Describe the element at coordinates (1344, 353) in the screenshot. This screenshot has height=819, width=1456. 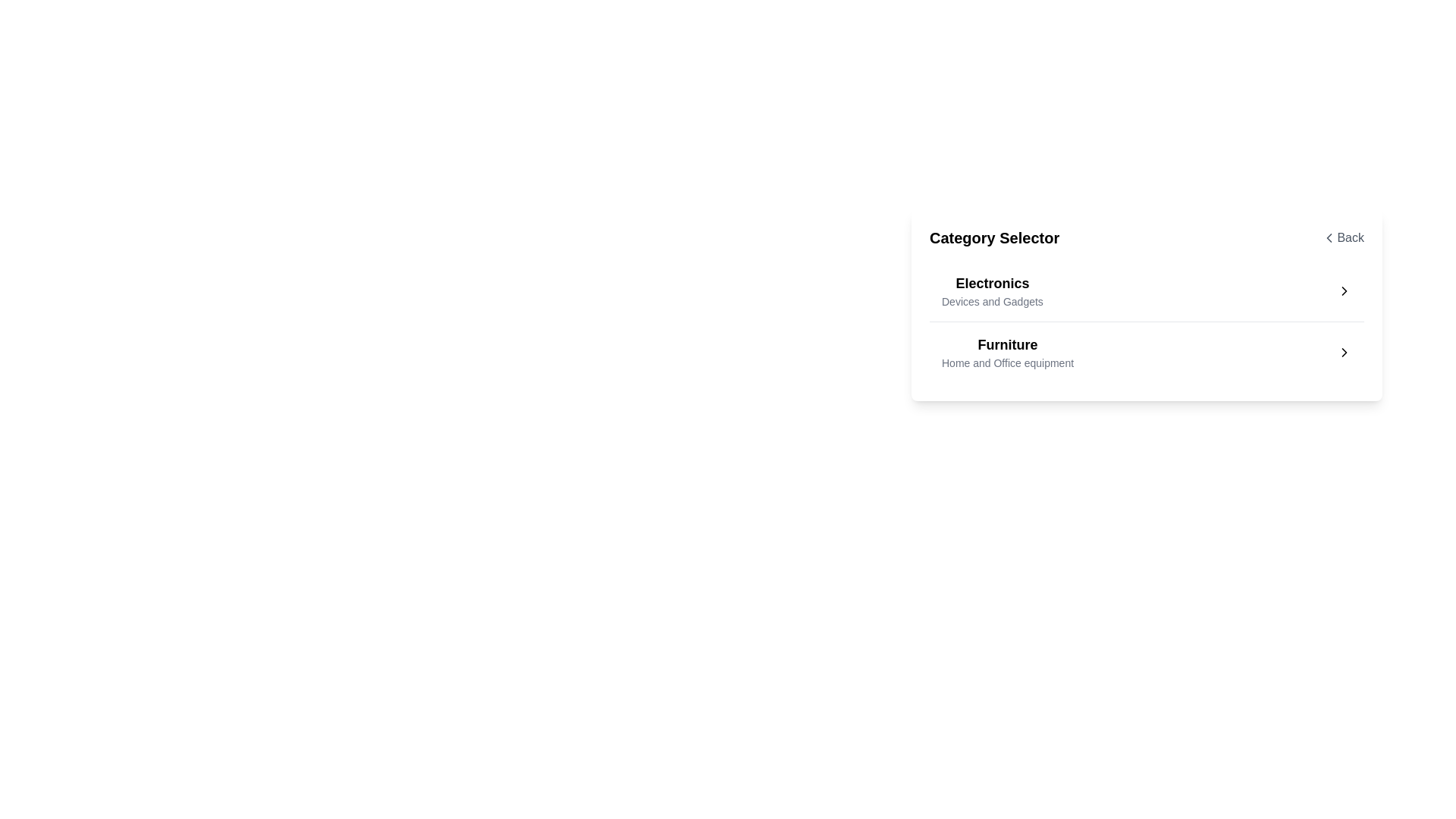
I see `the right-pointing chevron icon in the 'Furniture' row of the 'Category Selector' panel` at that location.